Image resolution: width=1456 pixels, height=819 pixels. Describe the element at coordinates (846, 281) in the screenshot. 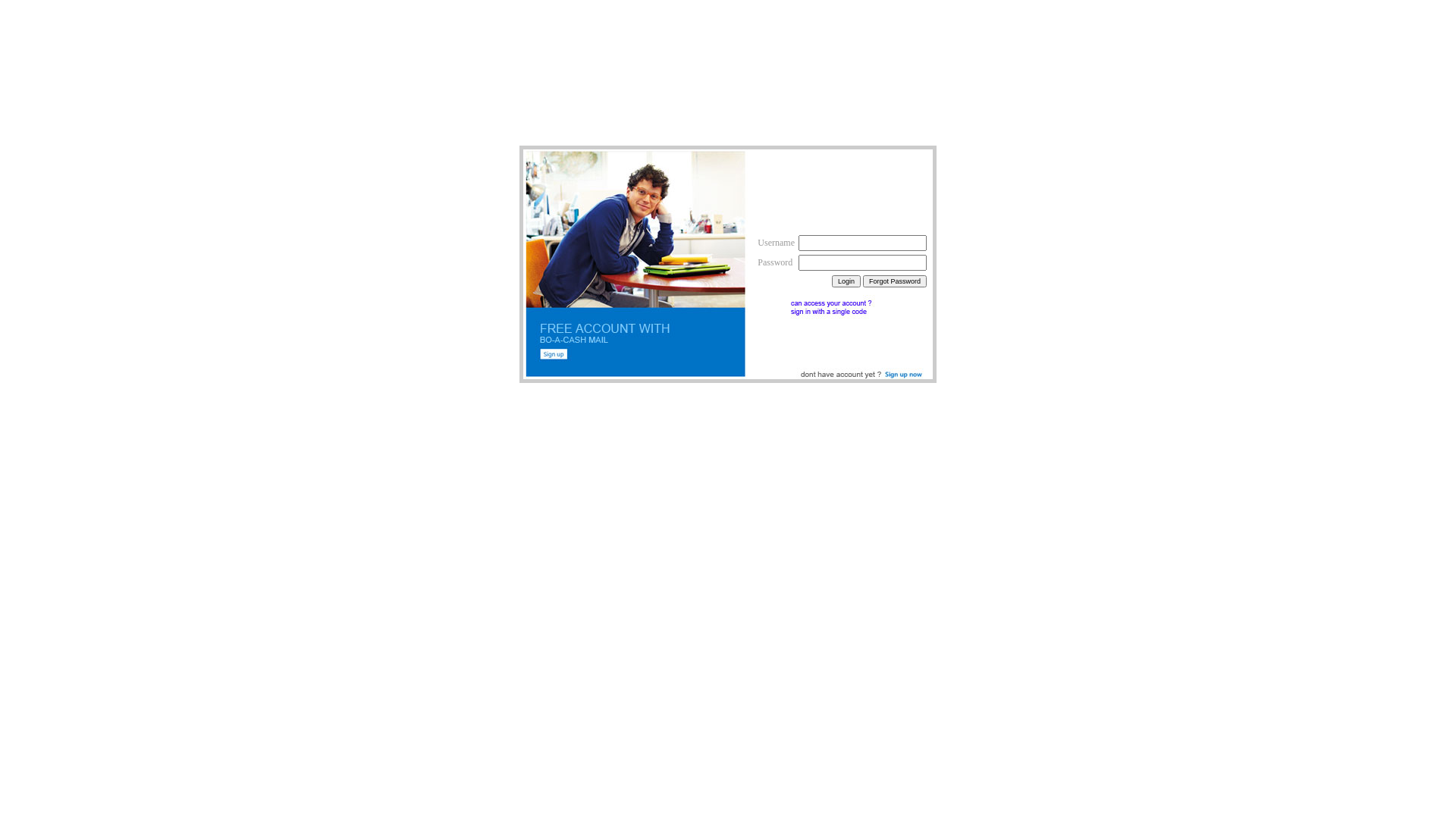

I see `'Login'` at that location.